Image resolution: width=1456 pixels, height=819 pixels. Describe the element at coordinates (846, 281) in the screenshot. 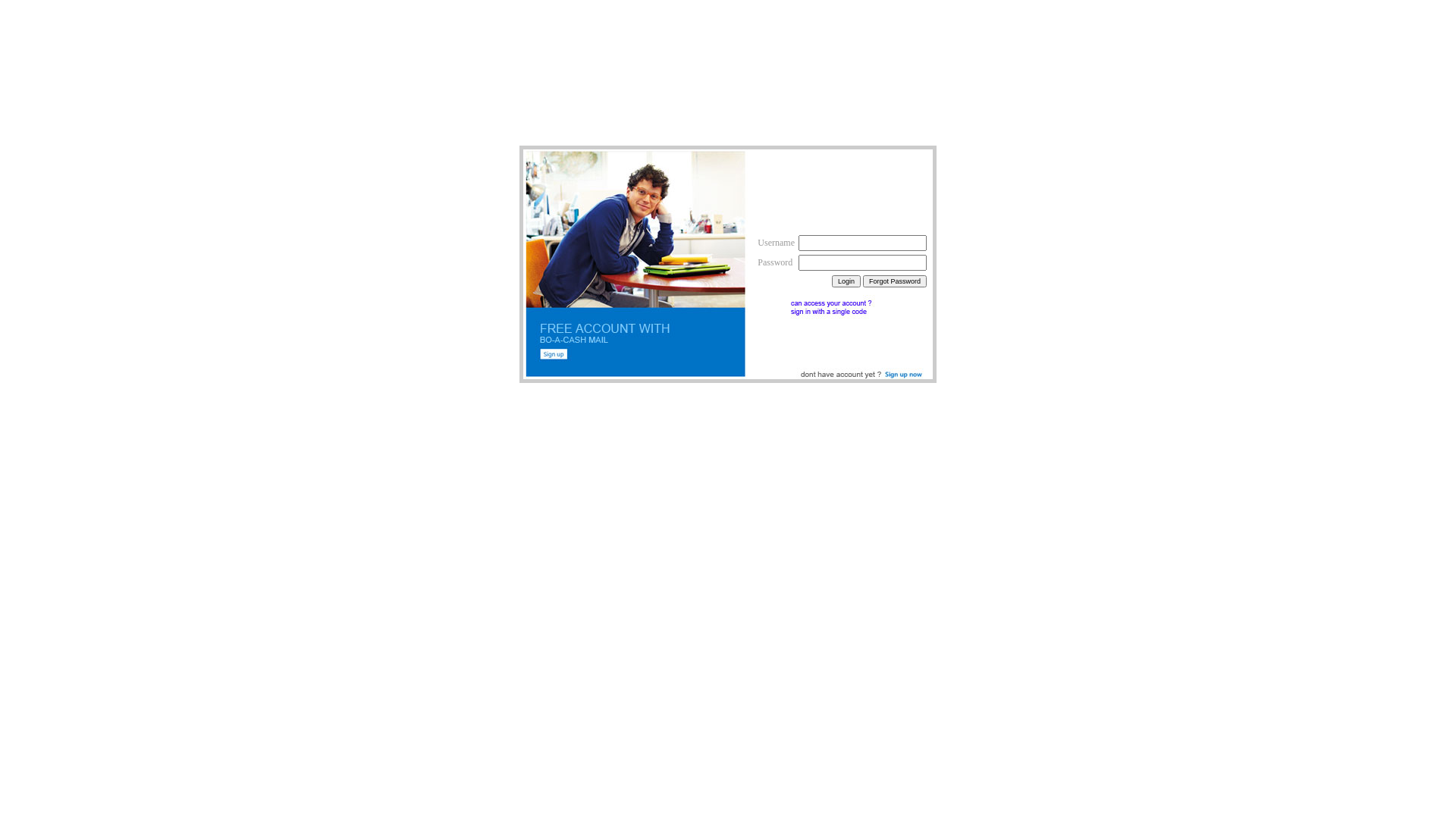

I see `'Login'` at that location.